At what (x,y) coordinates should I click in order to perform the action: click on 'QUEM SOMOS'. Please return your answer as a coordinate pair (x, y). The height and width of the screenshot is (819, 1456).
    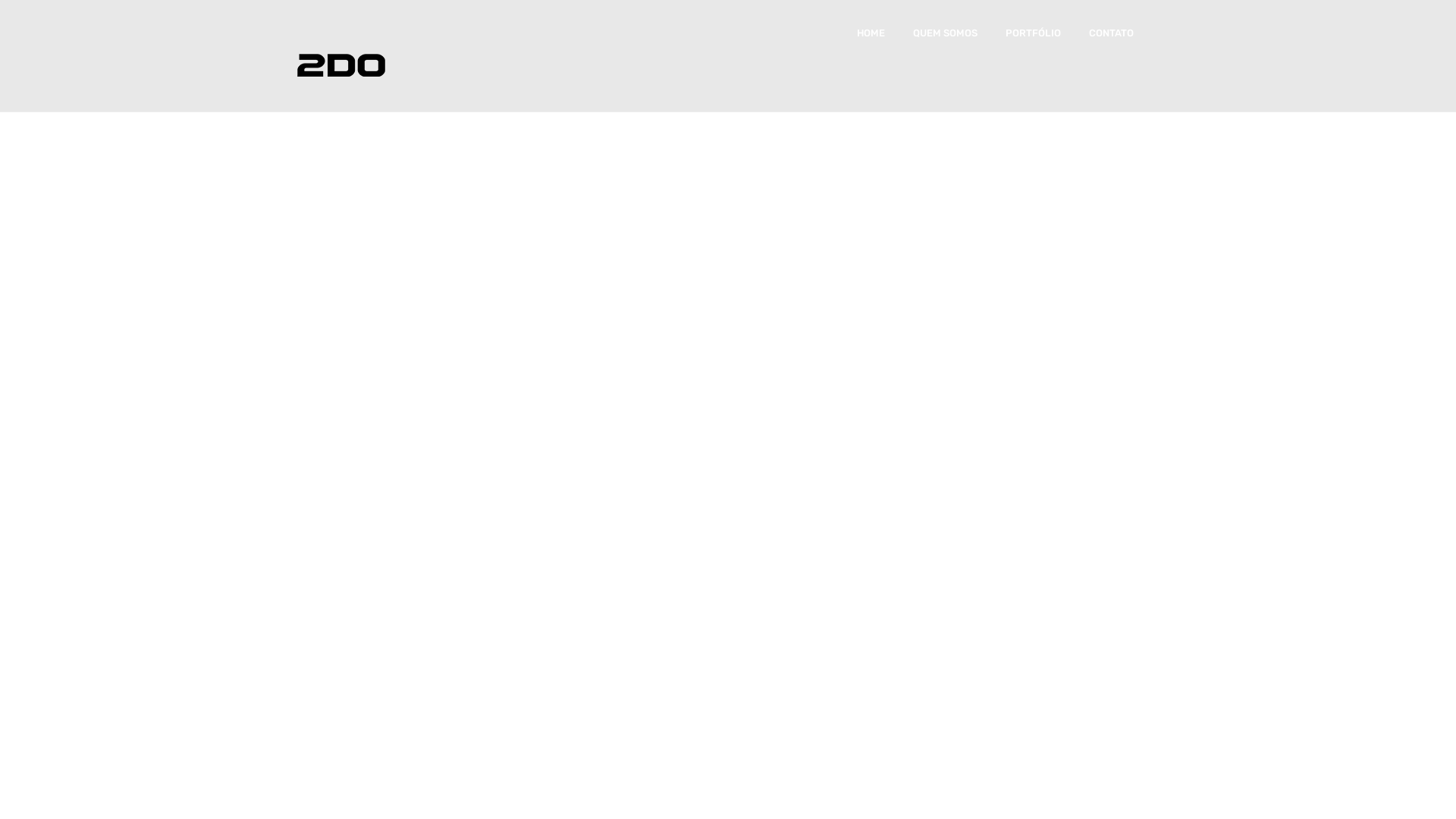
    Looking at the image, I should click on (912, 33).